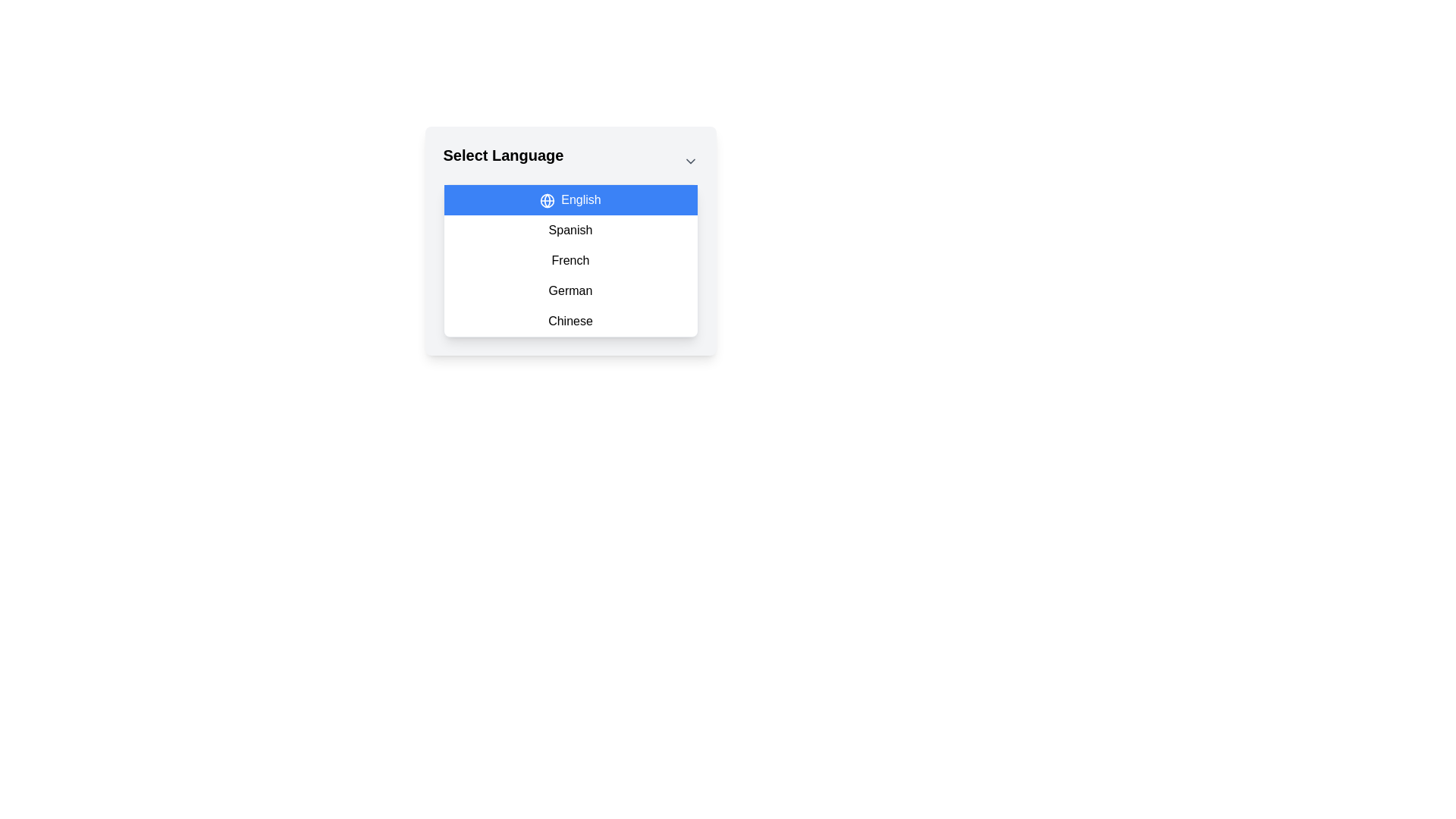 Image resolution: width=1456 pixels, height=819 pixels. I want to click on the 'English' button with a blue background and globe icon, so click(570, 199).